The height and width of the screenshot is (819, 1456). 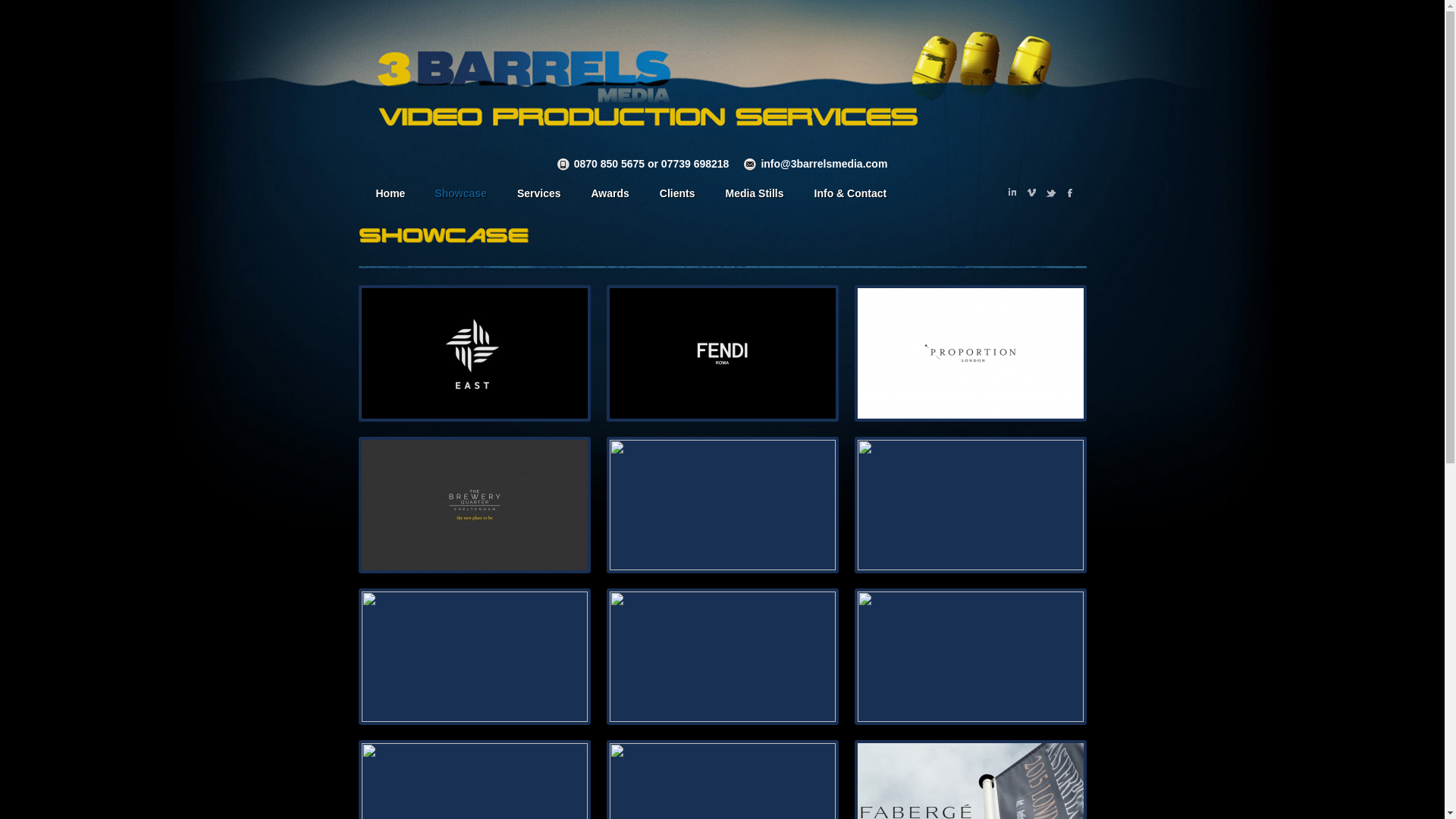 What do you see at coordinates (472, 353) in the screenshot?
I see `'East Autumn Winter Collection 2017'` at bounding box center [472, 353].